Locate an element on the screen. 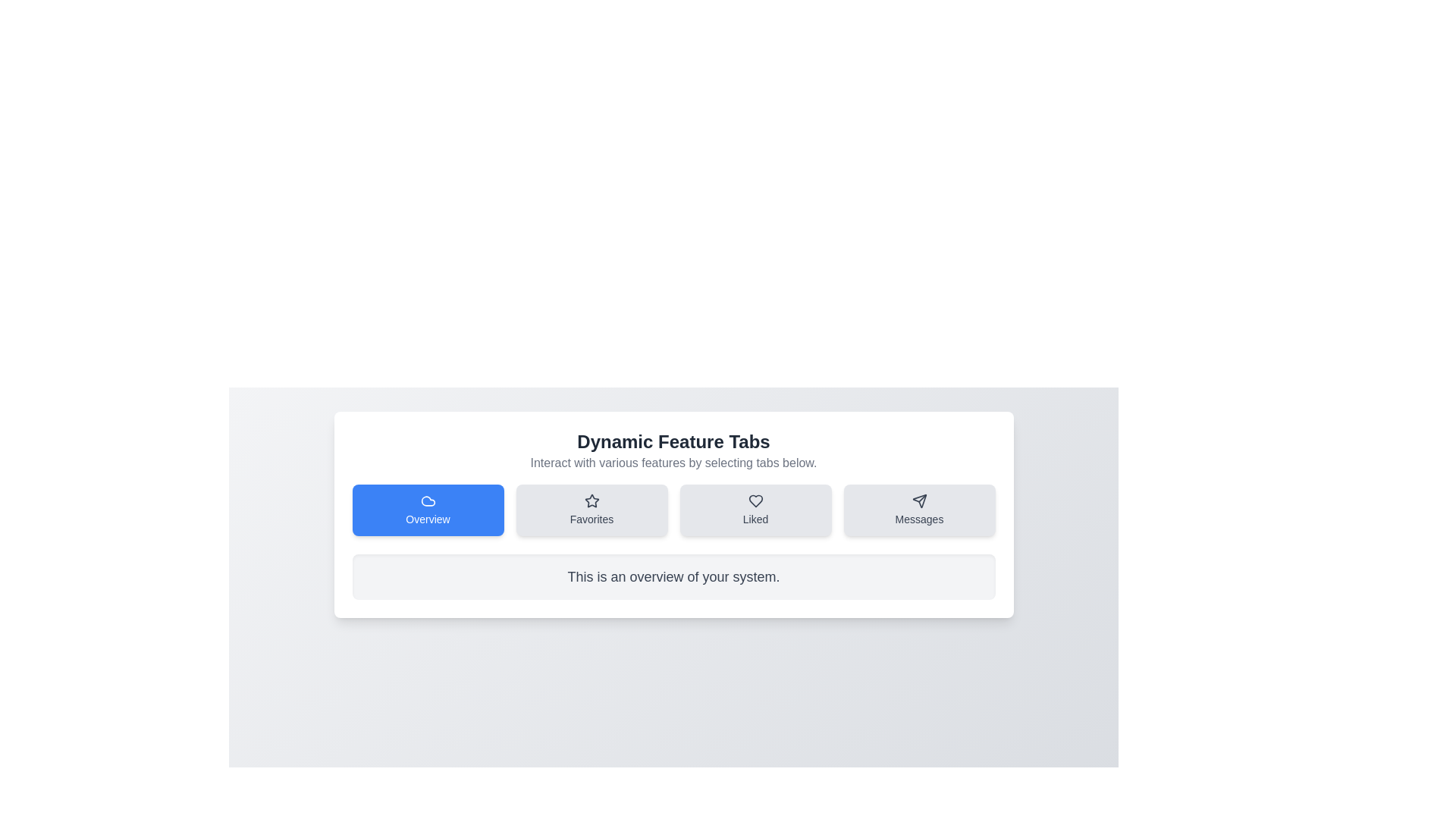 This screenshot has width=1456, height=819. the 'Liked' tab button, which is a rectangular button with a heart icon, to observe the style change is located at coordinates (755, 510).